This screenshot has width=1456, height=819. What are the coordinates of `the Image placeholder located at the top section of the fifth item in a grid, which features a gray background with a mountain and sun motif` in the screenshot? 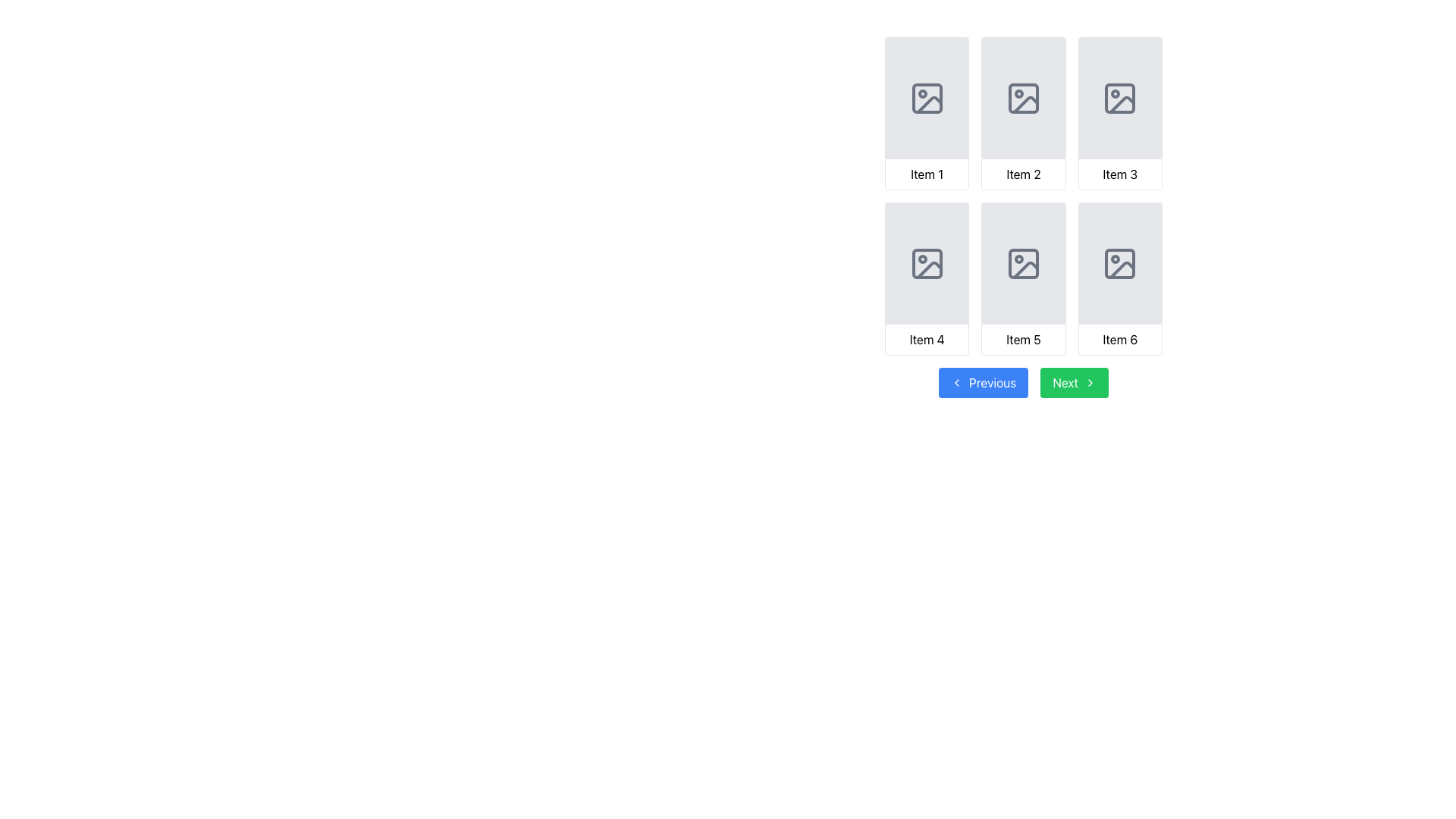 It's located at (1023, 262).